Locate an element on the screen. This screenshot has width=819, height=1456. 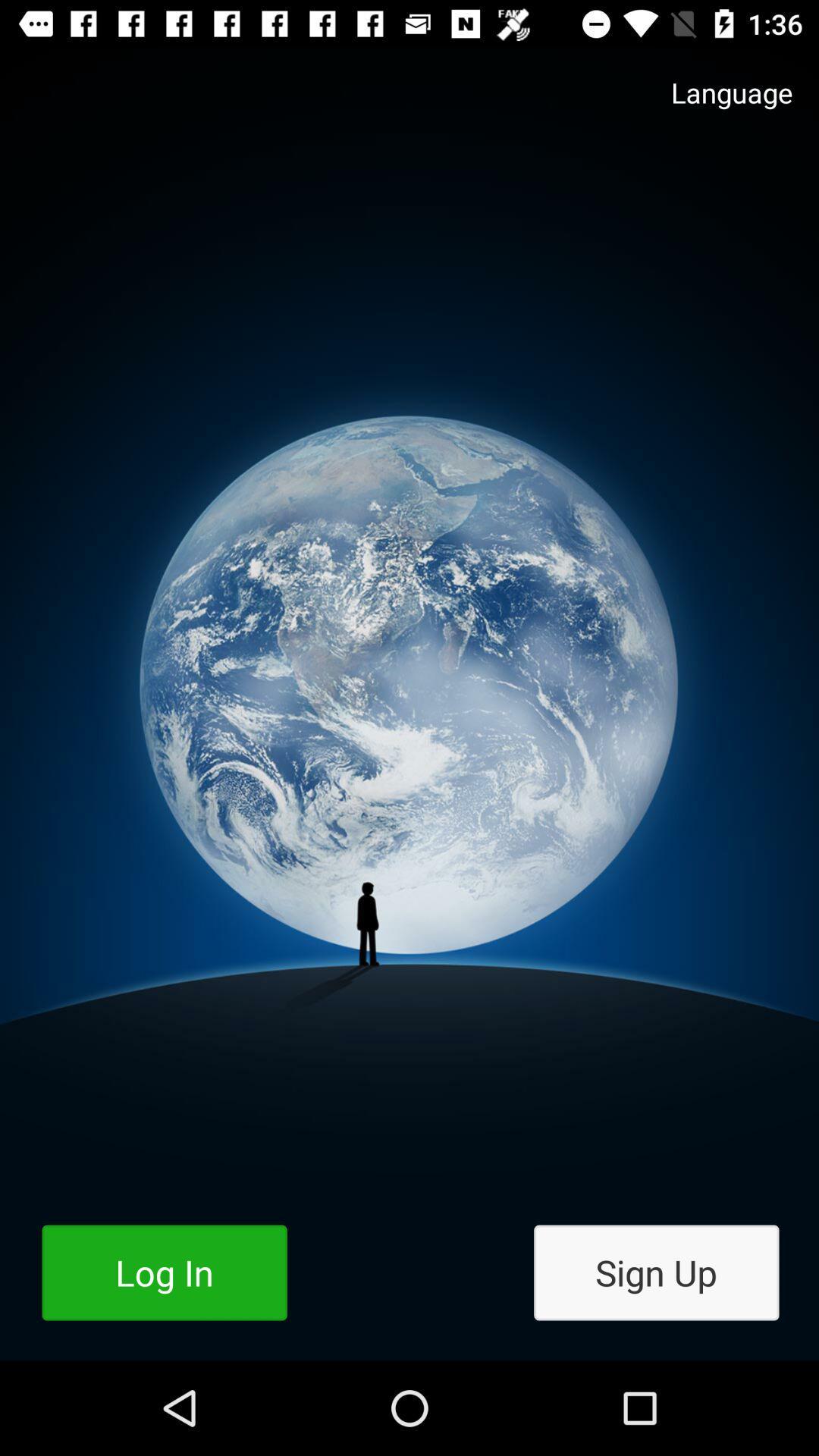
the log in icon is located at coordinates (165, 1272).